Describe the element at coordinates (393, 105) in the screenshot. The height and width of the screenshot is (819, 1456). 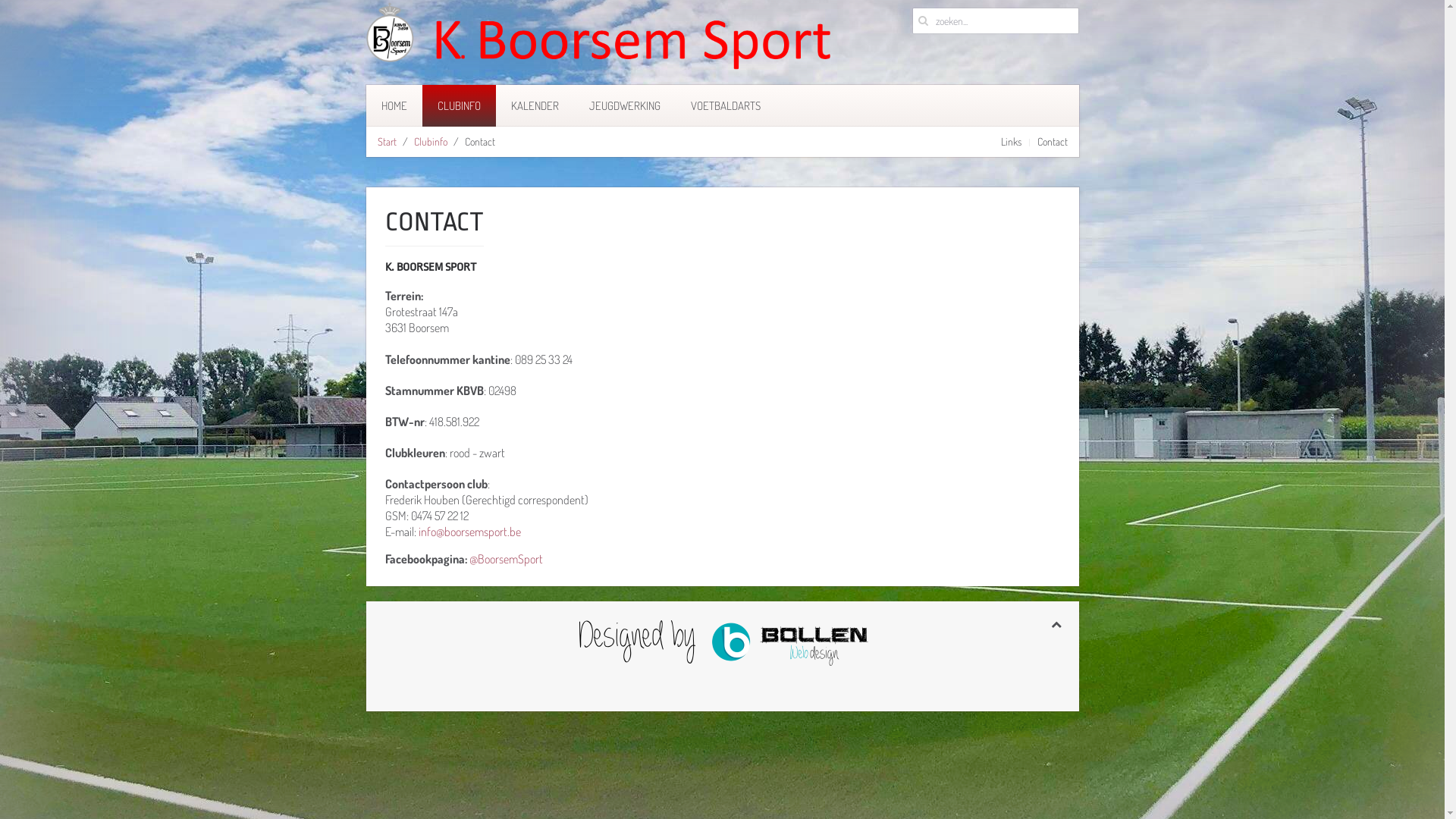
I see `'HOME'` at that location.